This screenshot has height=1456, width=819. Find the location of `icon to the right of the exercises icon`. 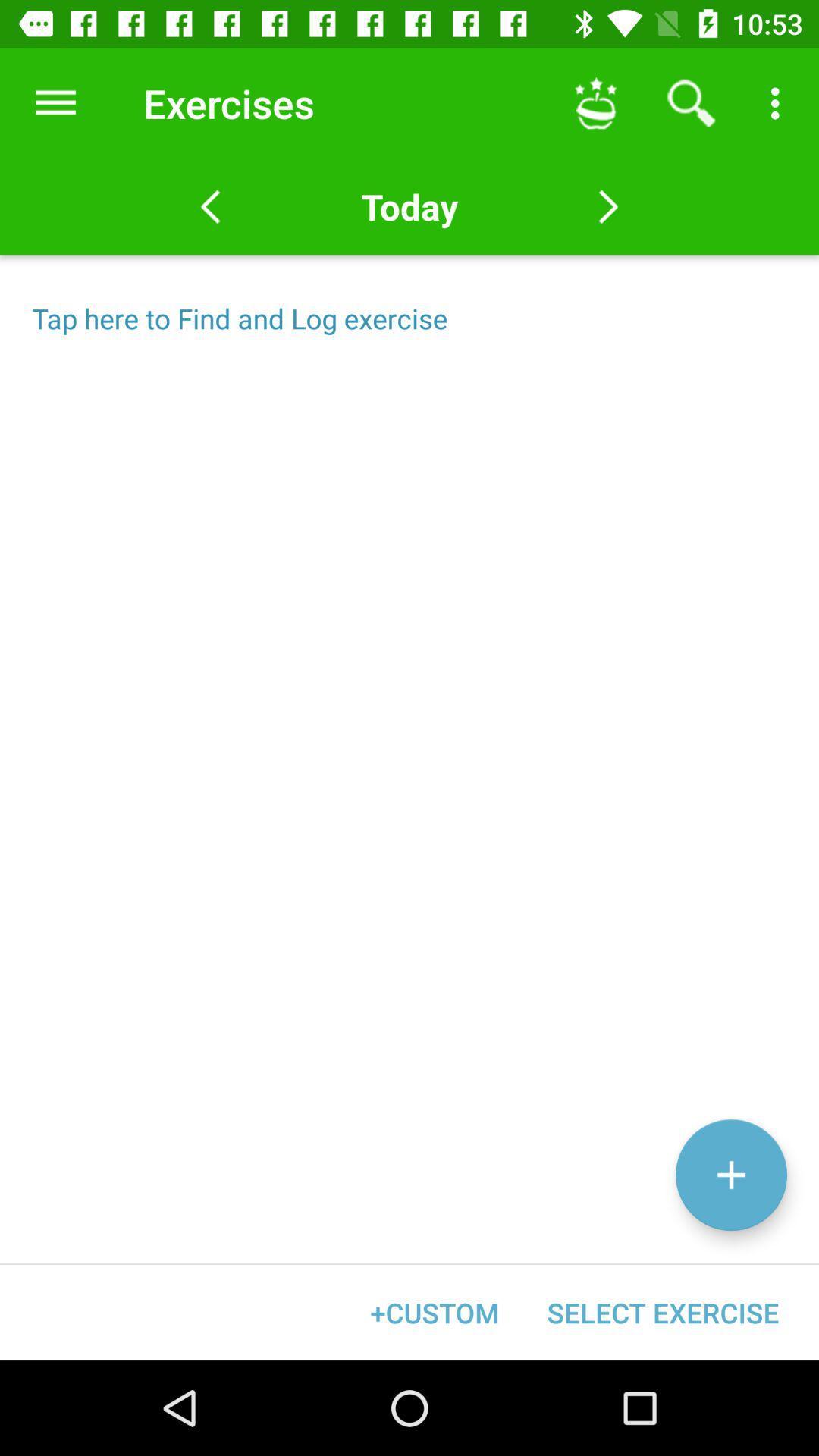

icon to the right of the exercises icon is located at coordinates (595, 102).